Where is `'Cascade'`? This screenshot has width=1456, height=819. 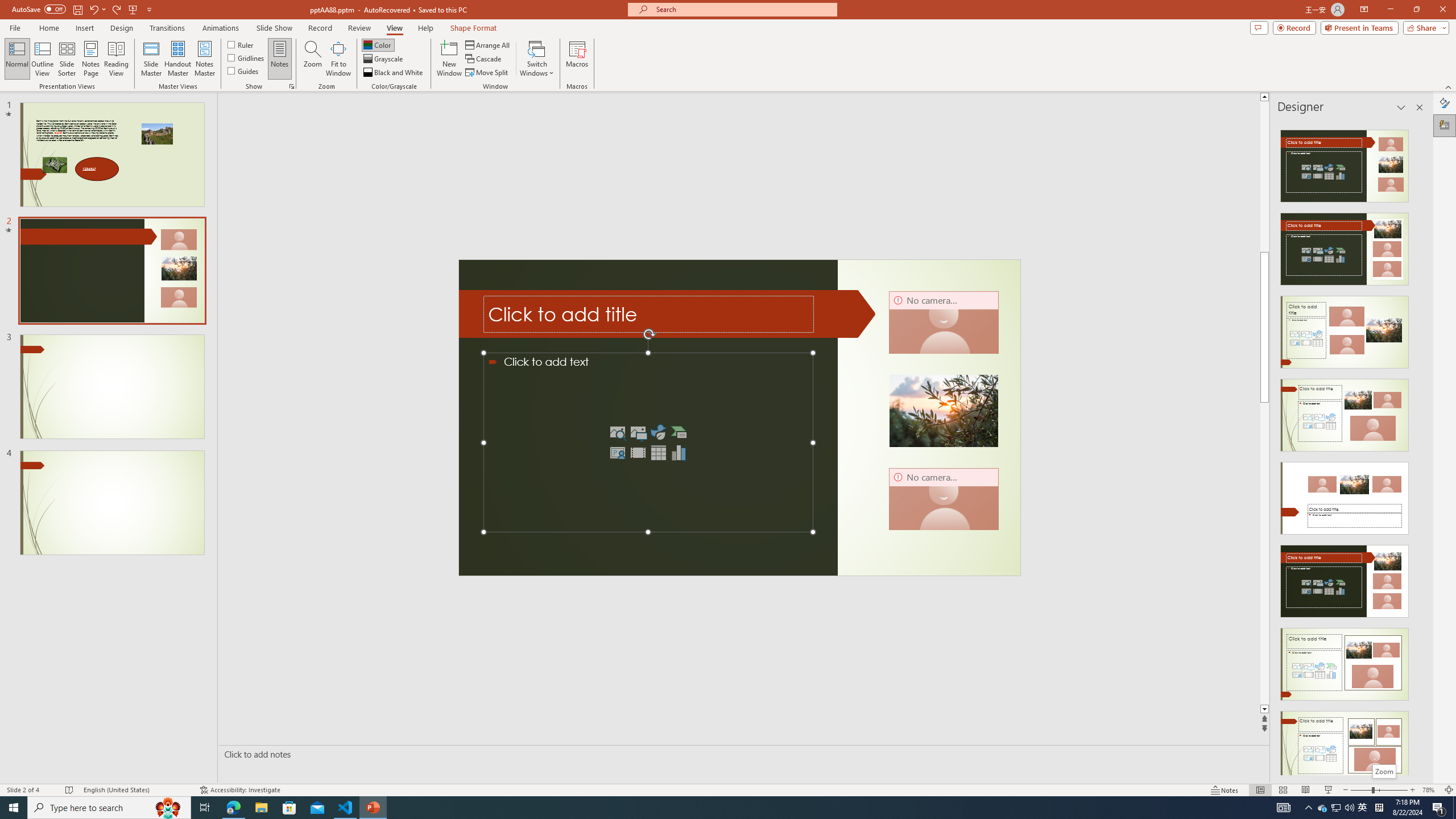 'Cascade' is located at coordinates (484, 59).